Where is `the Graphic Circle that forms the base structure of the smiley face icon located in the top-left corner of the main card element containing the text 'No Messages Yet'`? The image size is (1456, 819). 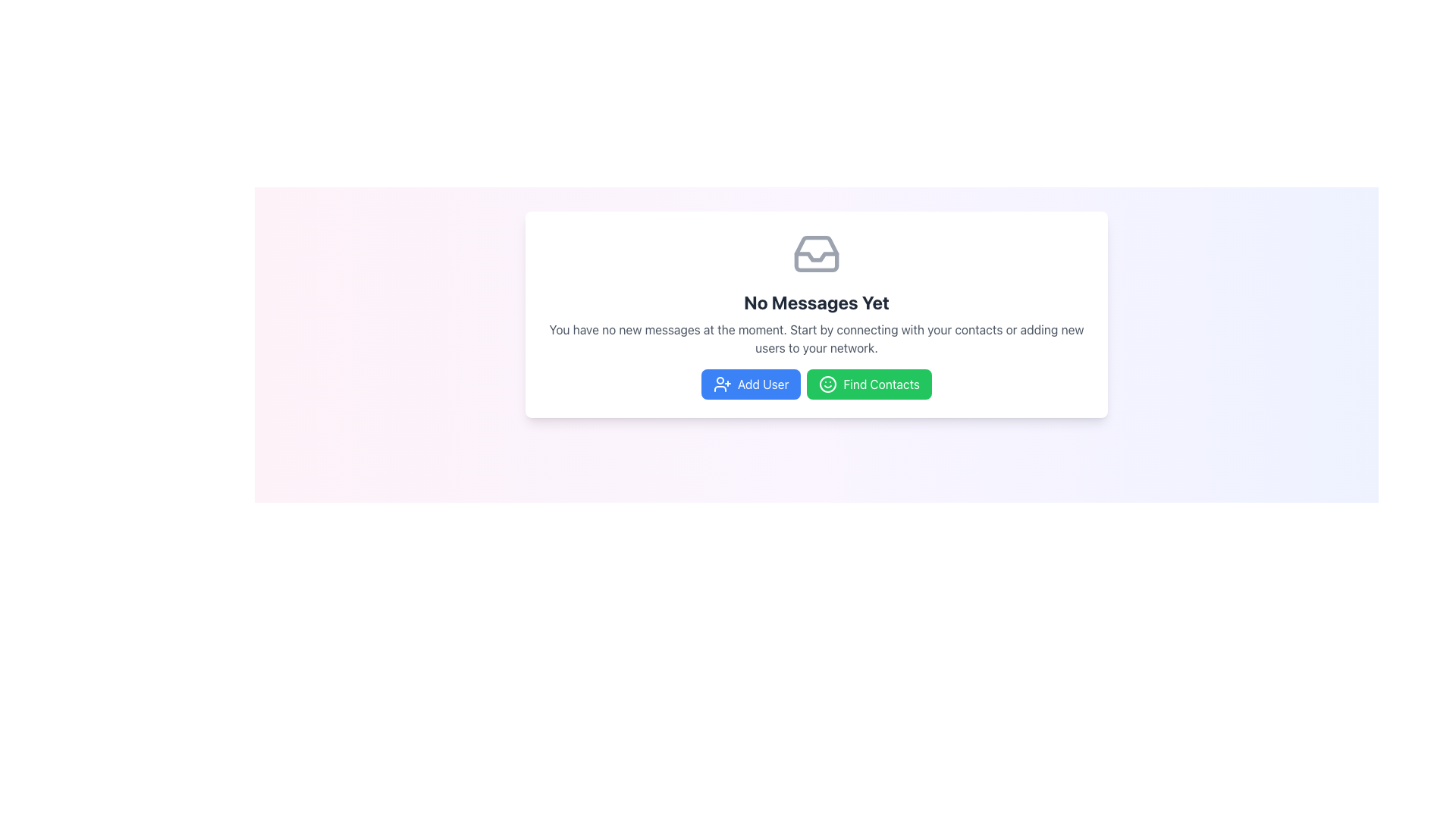
the Graphic Circle that forms the base structure of the smiley face icon located in the top-left corner of the main card element containing the text 'No Messages Yet' is located at coordinates (827, 383).